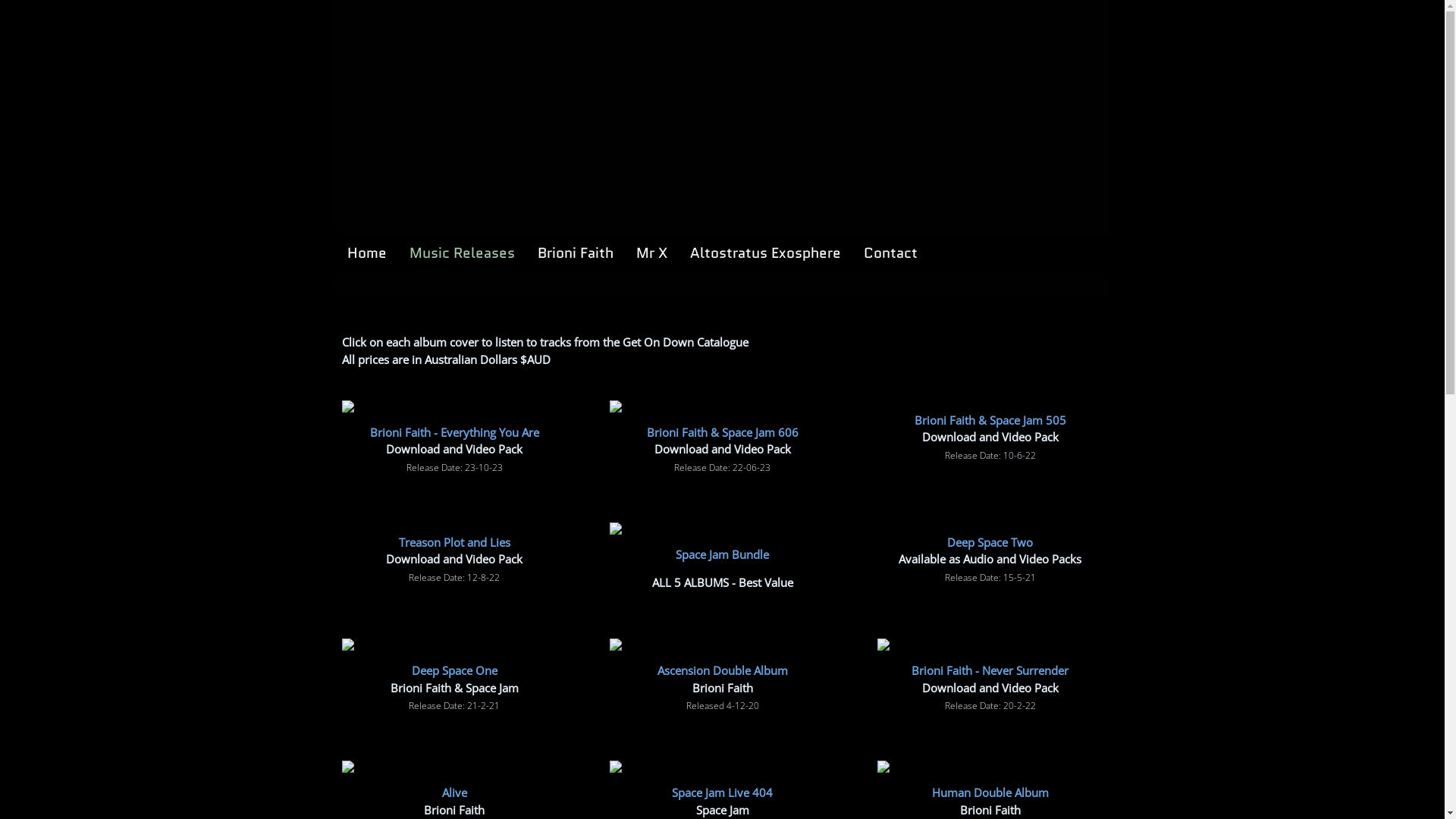  I want to click on 'Contact', so click(890, 253).